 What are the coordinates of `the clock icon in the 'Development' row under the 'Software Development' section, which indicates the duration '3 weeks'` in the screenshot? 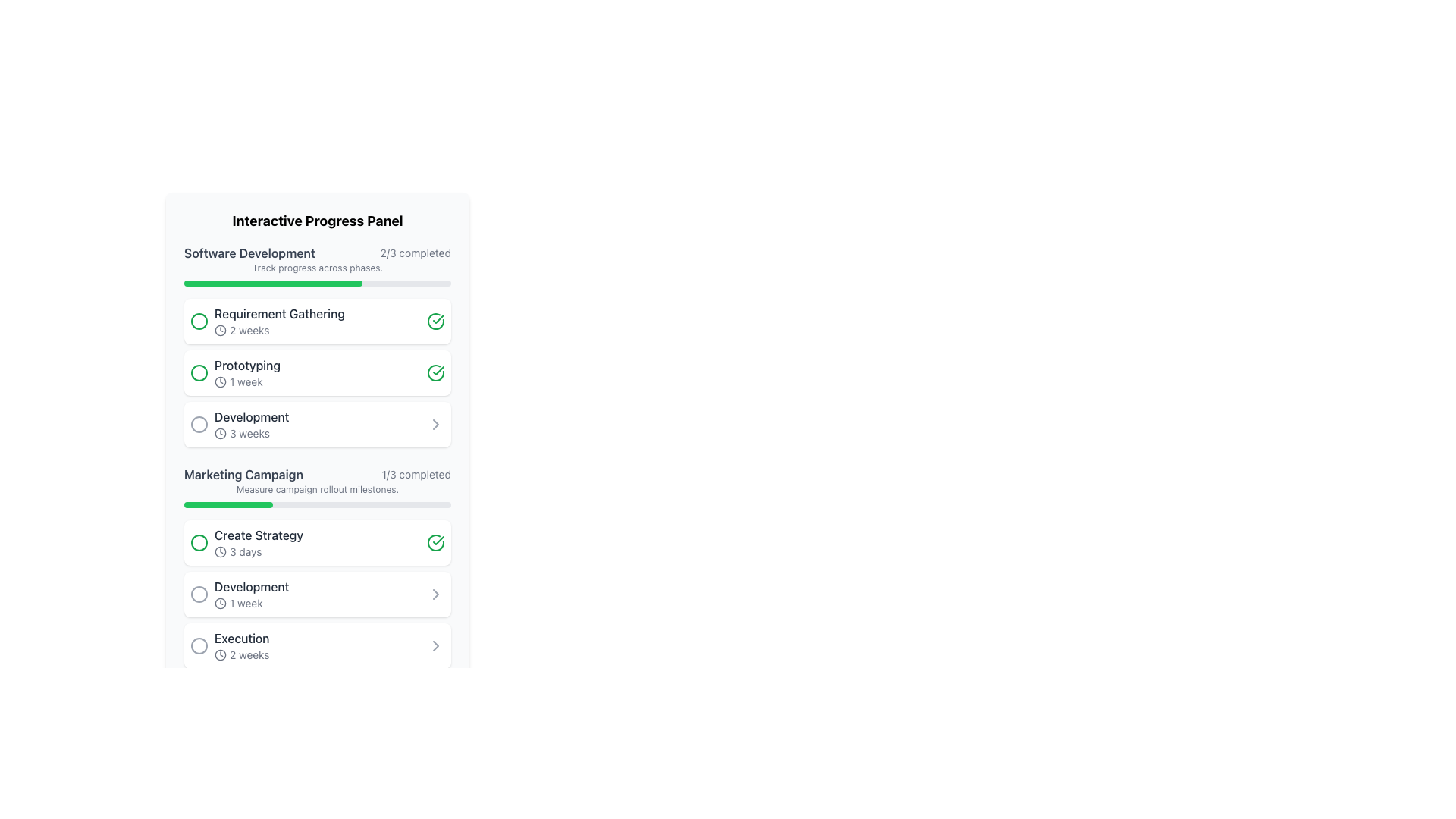 It's located at (220, 433).